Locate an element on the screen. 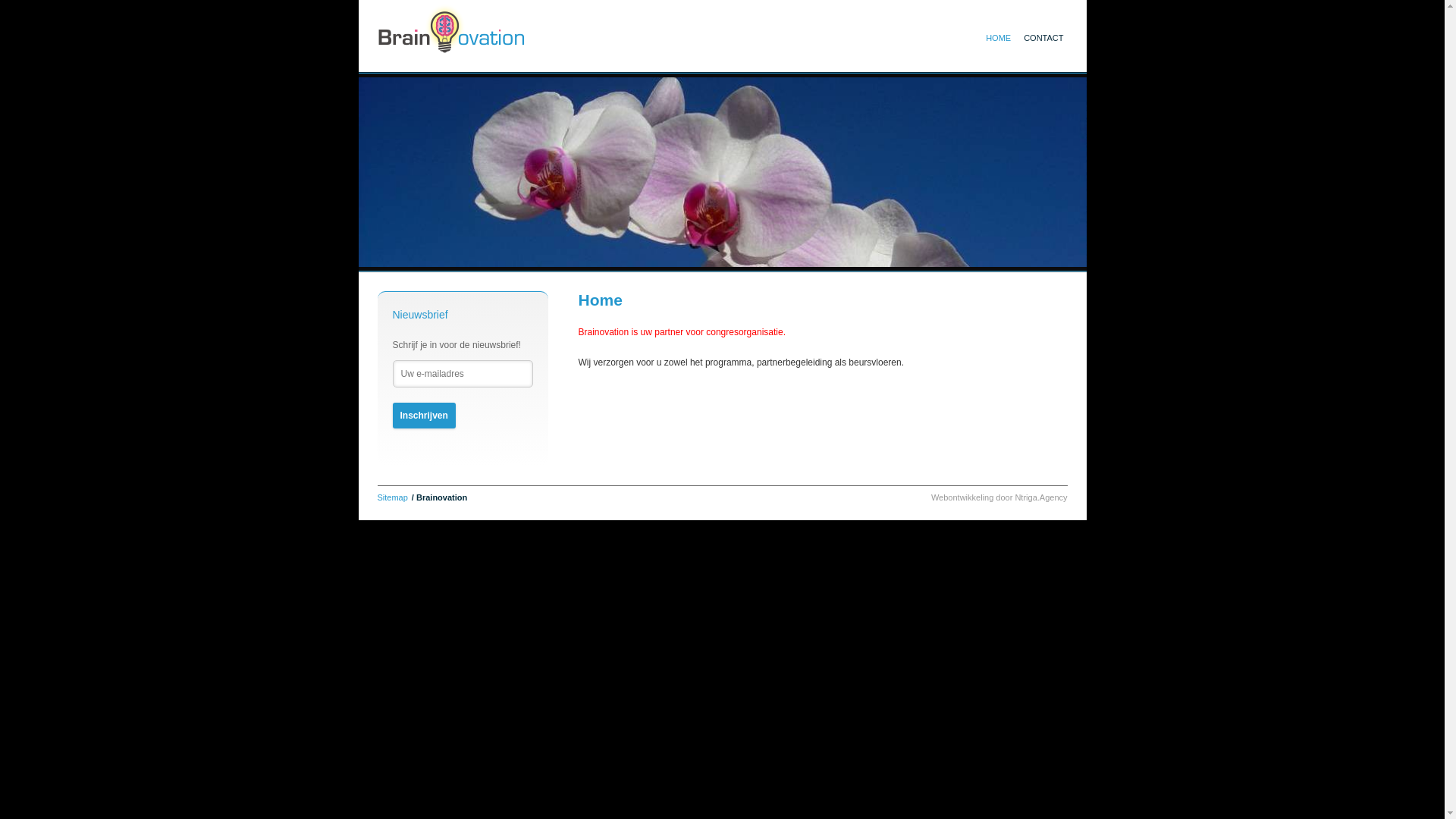 Image resolution: width=1456 pixels, height=819 pixels. 'Home' is located at coordinates (450, 28).